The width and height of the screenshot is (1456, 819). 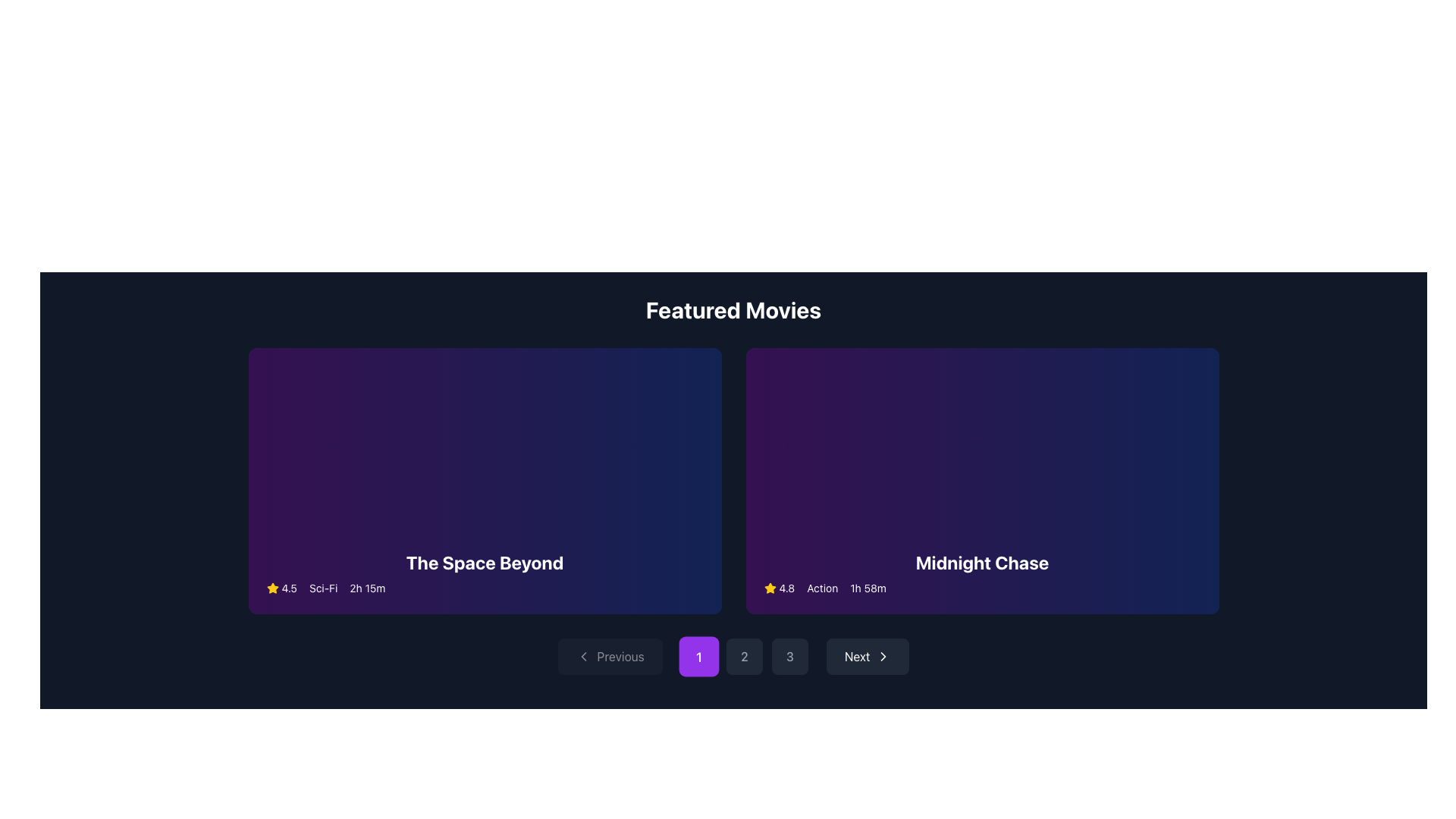 What do you see at coordinates (733, 309) in the screenshot?
I see `the Header or Title Text element that provides a title for the featured movies section, which is centrally aligned at the top of the movie cards layout` at bounding box center [733, 309].